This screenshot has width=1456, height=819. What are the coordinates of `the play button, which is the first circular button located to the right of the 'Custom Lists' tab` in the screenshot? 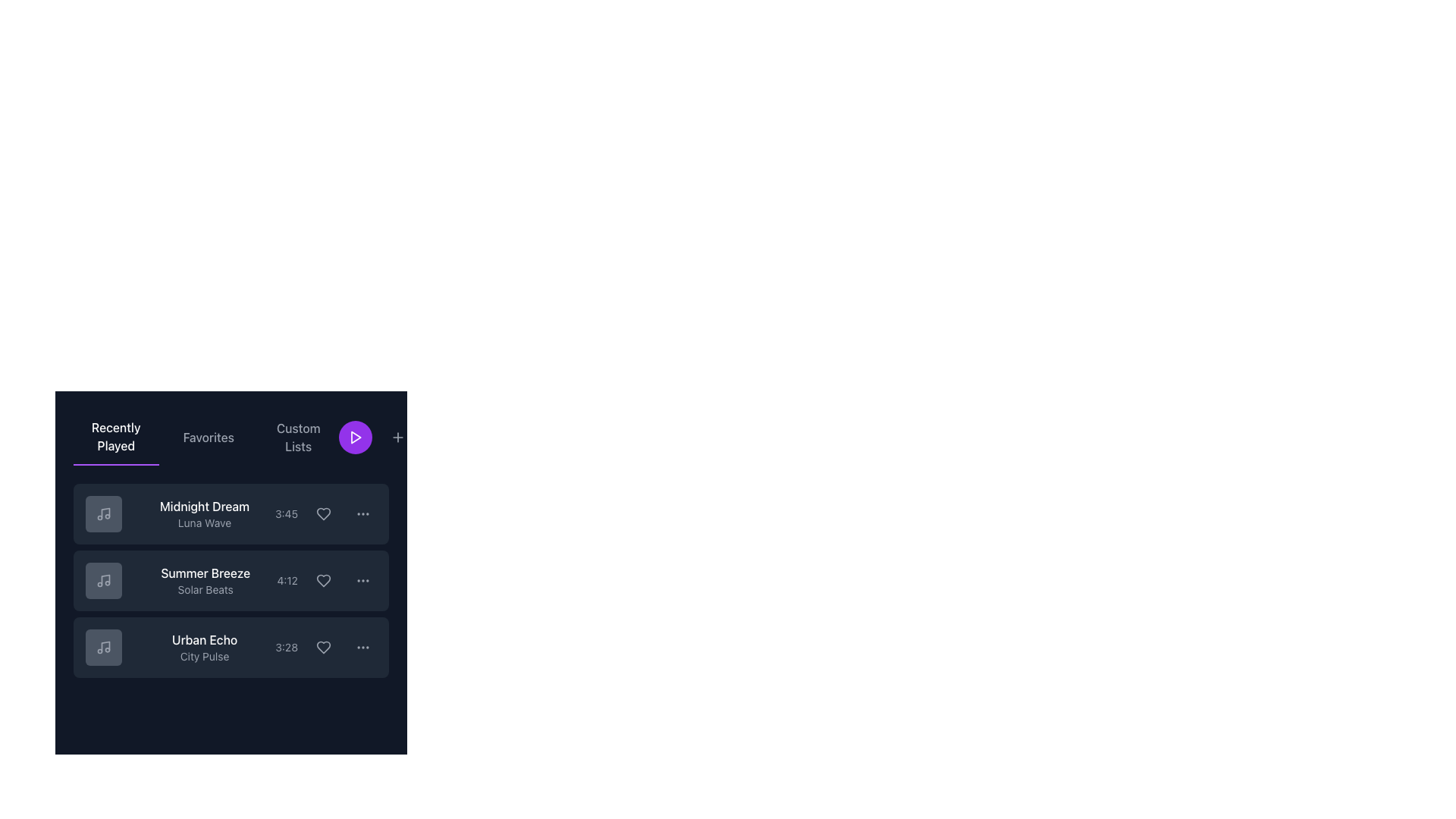 It's located at (354, 438).